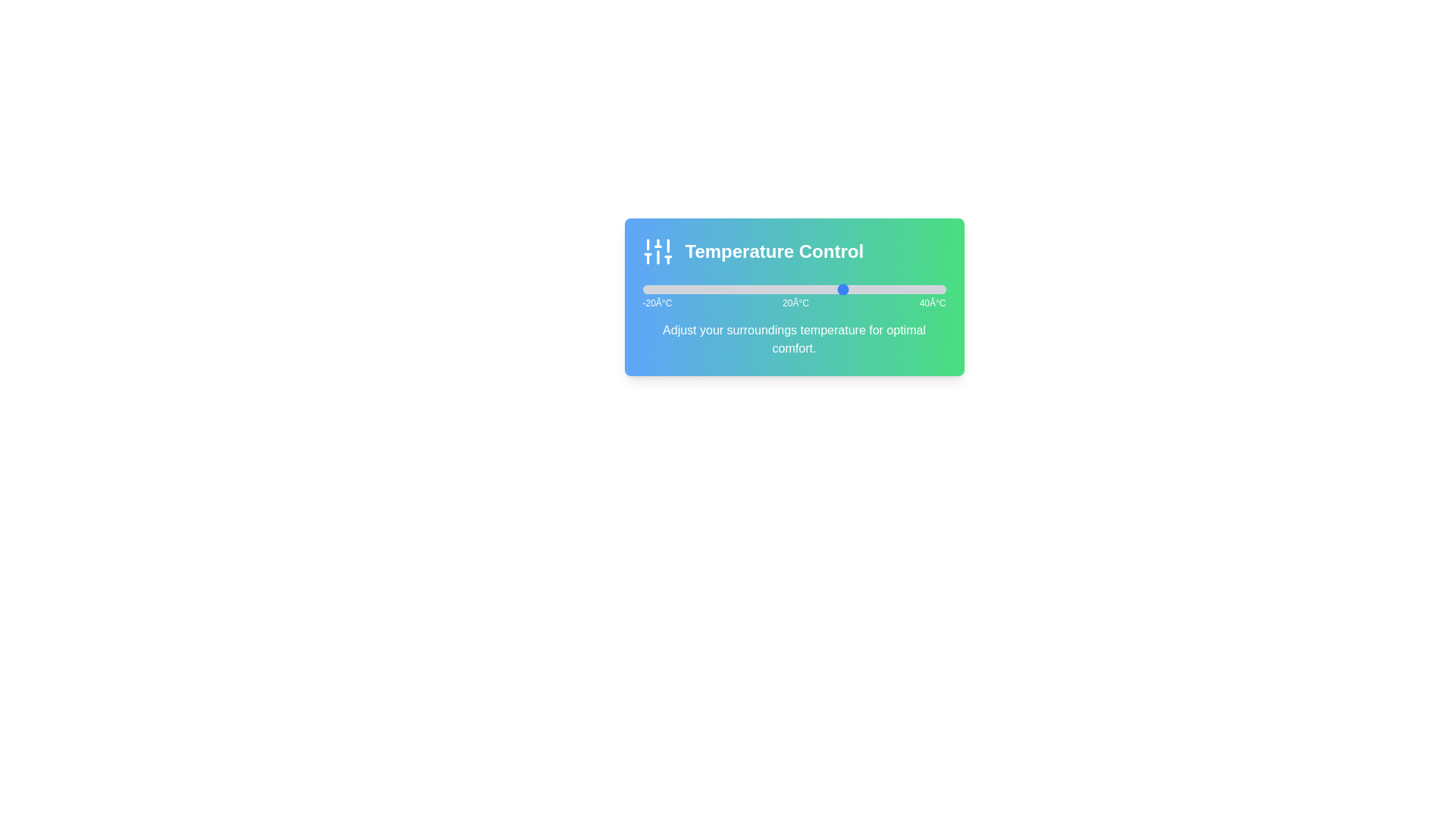 Image resolution: width=1456 pixels, height=819 pixels. What do you see at coordinates (849, 289) in the screenshot?
I see `the temperature slider to 21°C` at bounding box center [849, 289].